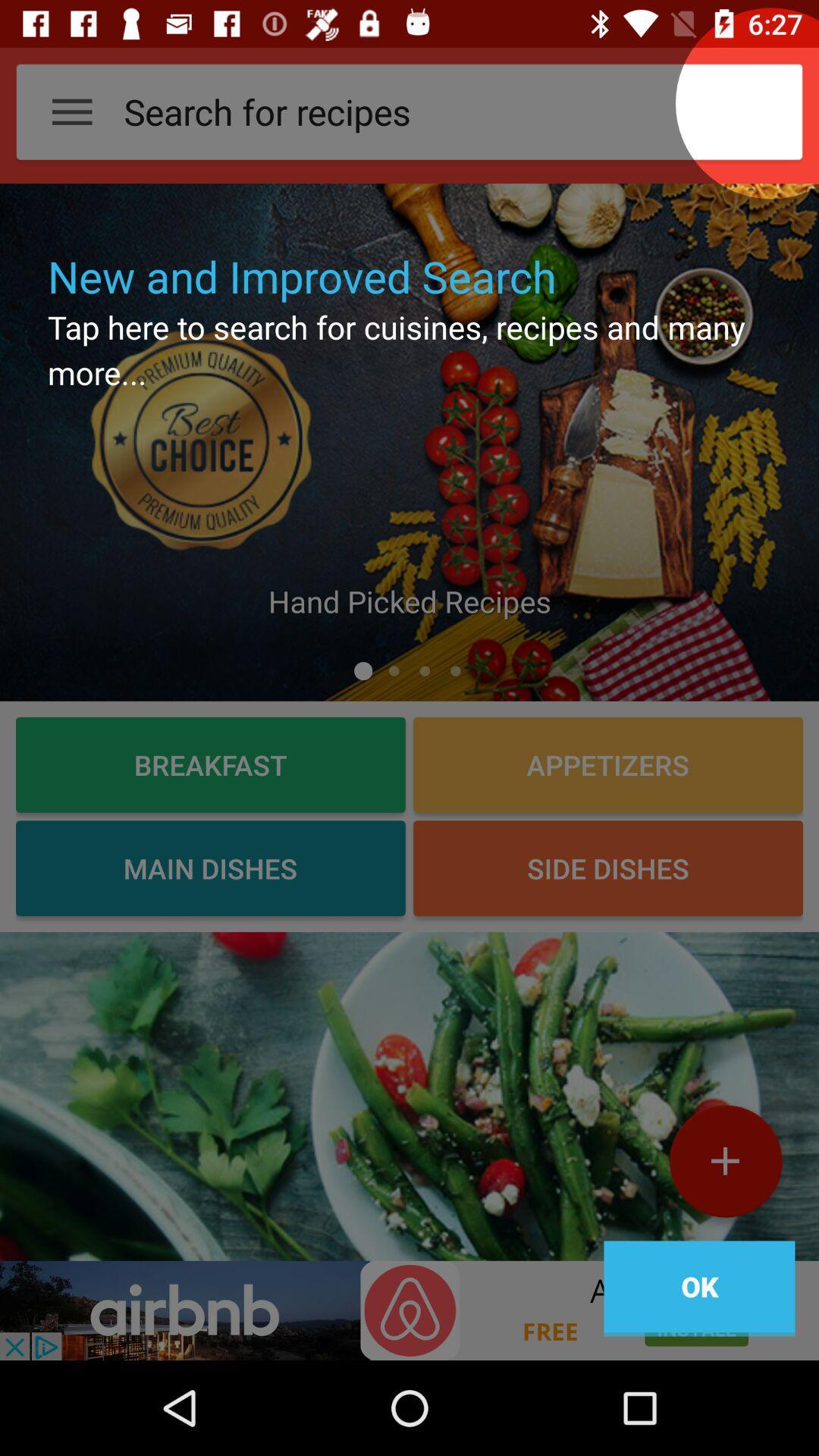 Image resolution: width=819 pixels, height=1456 pixels. I want to click on the  plus icon above ok, so click(724, 1166).